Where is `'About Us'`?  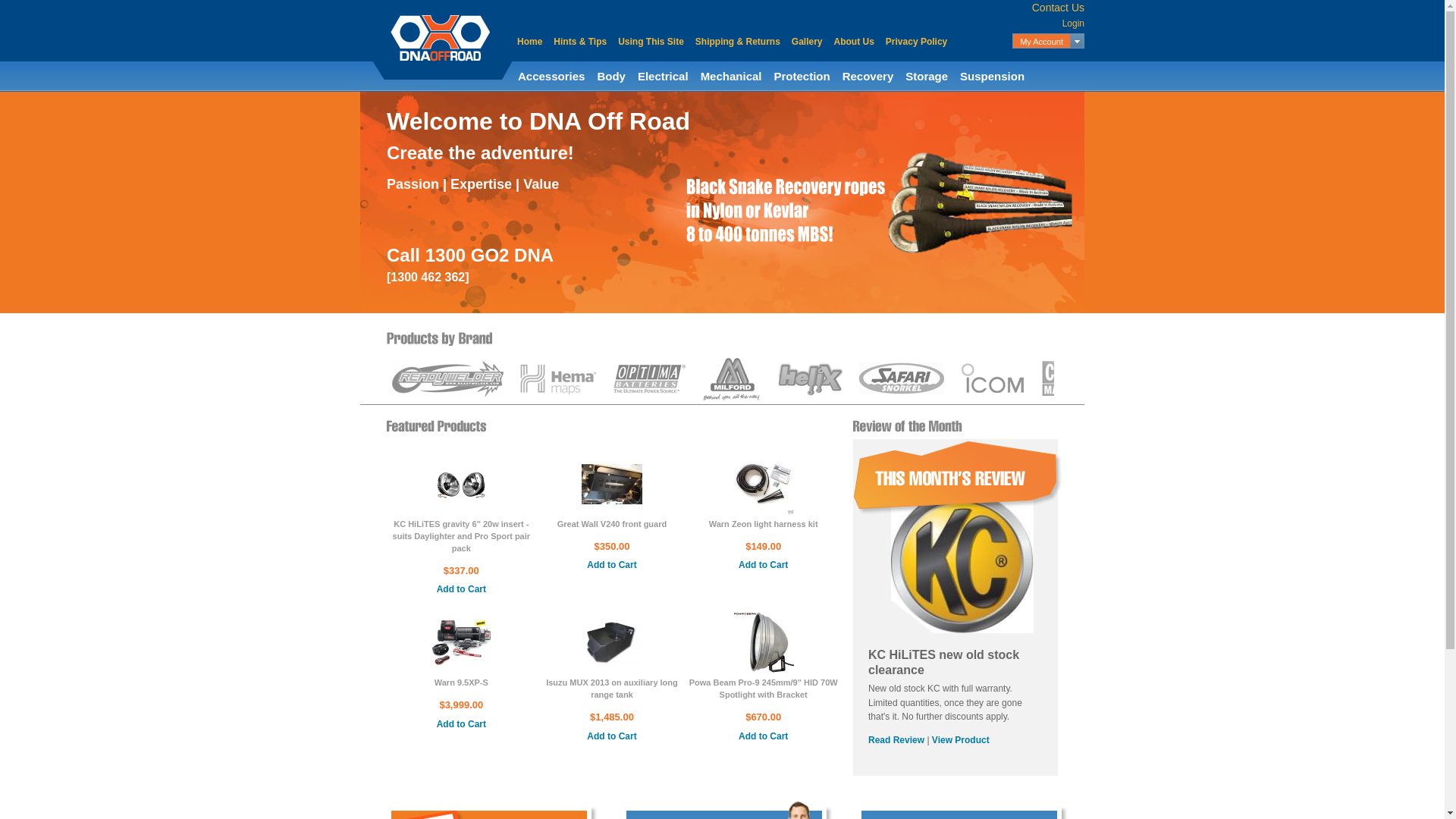 'About Us' is located at coordinates (854, 40).